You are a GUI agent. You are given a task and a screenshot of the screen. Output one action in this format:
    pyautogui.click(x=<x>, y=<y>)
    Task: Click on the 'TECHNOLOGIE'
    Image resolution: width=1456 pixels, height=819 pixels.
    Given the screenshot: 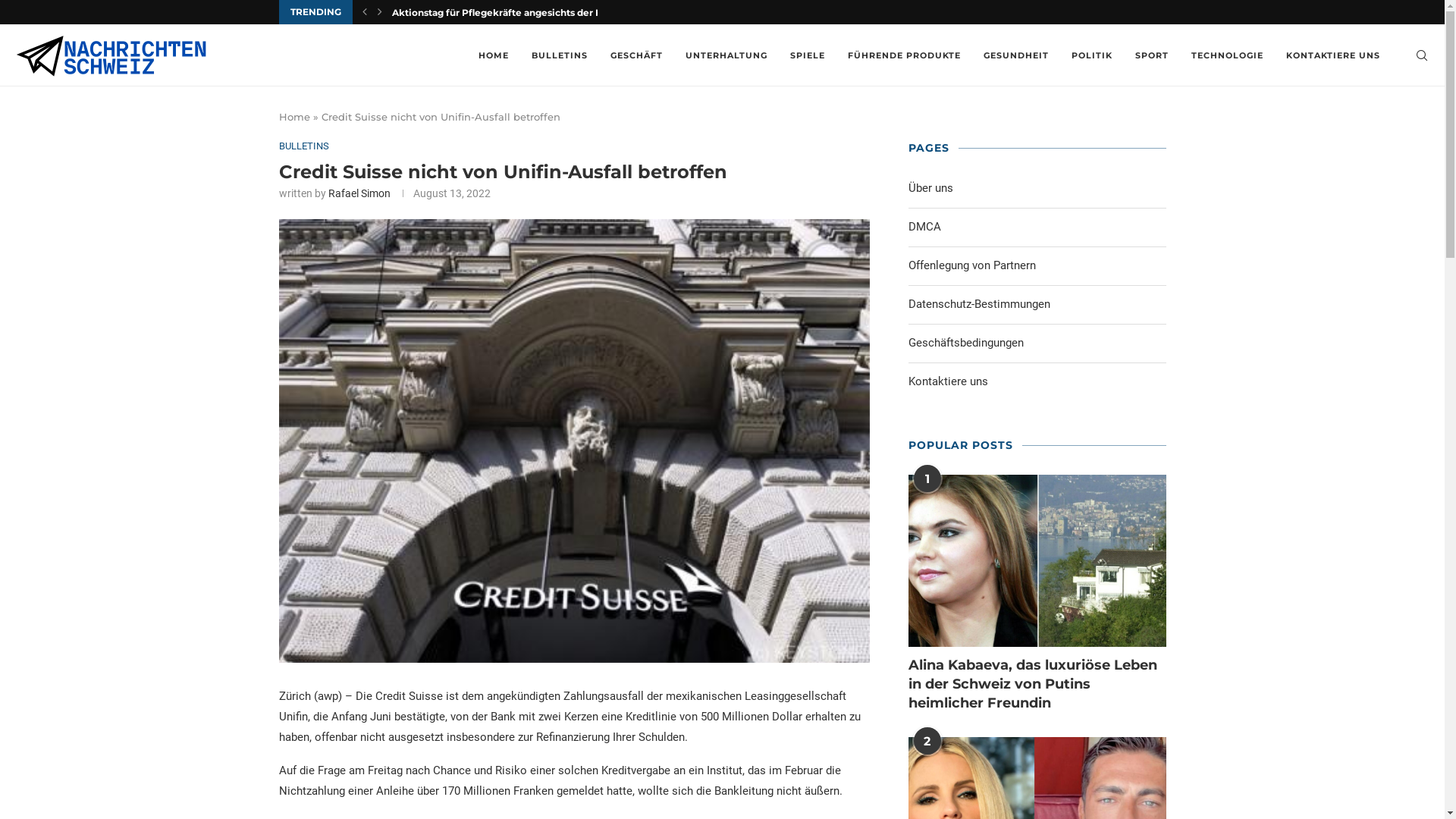 What is the action you would take?
    pyautogui.click(x=1227, y=55)
    